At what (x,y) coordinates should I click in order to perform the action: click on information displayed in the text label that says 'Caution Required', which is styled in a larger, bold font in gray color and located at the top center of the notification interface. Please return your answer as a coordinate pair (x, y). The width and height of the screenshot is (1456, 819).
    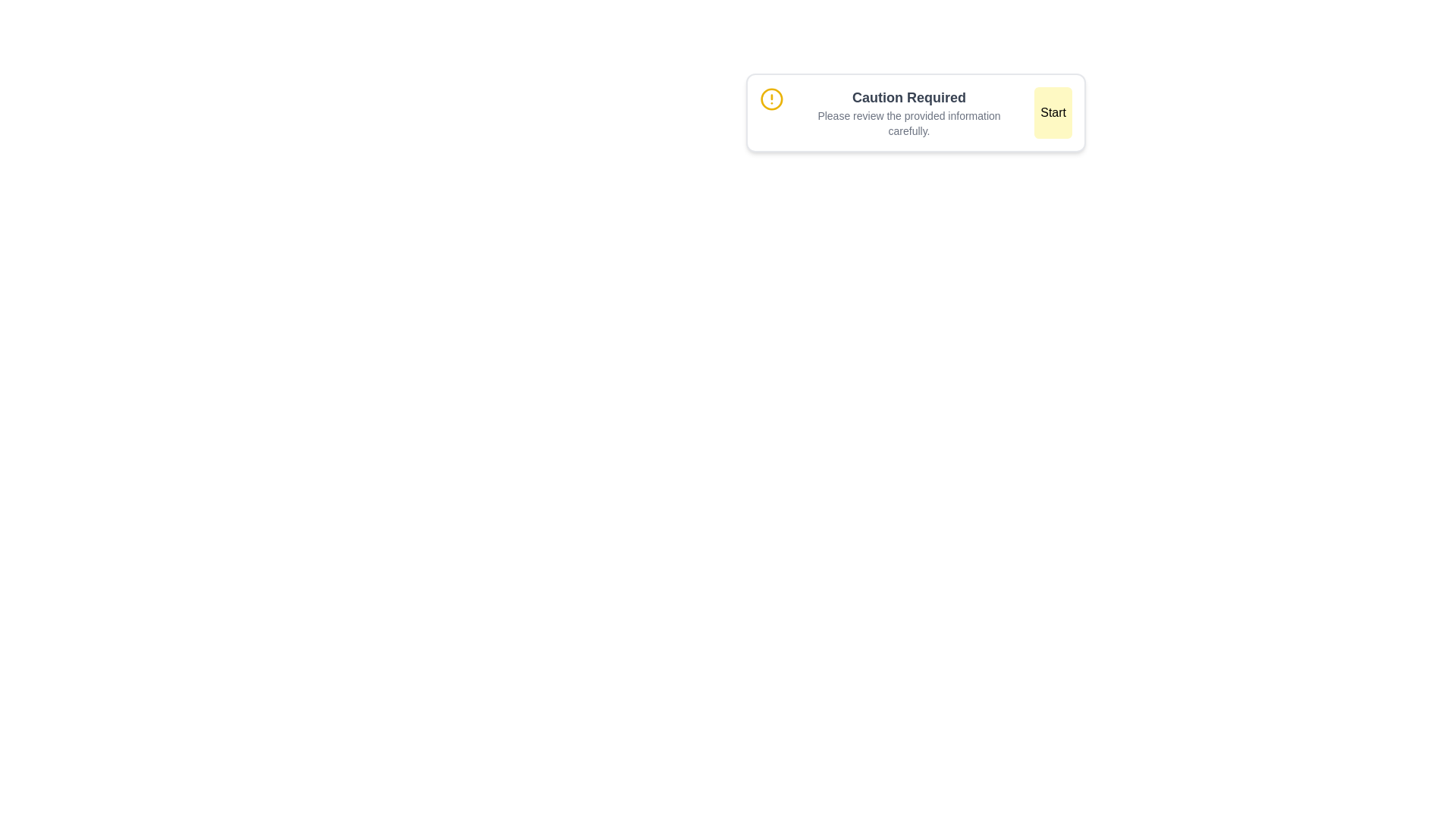
    Looking at the image, I should click on (909, 97).